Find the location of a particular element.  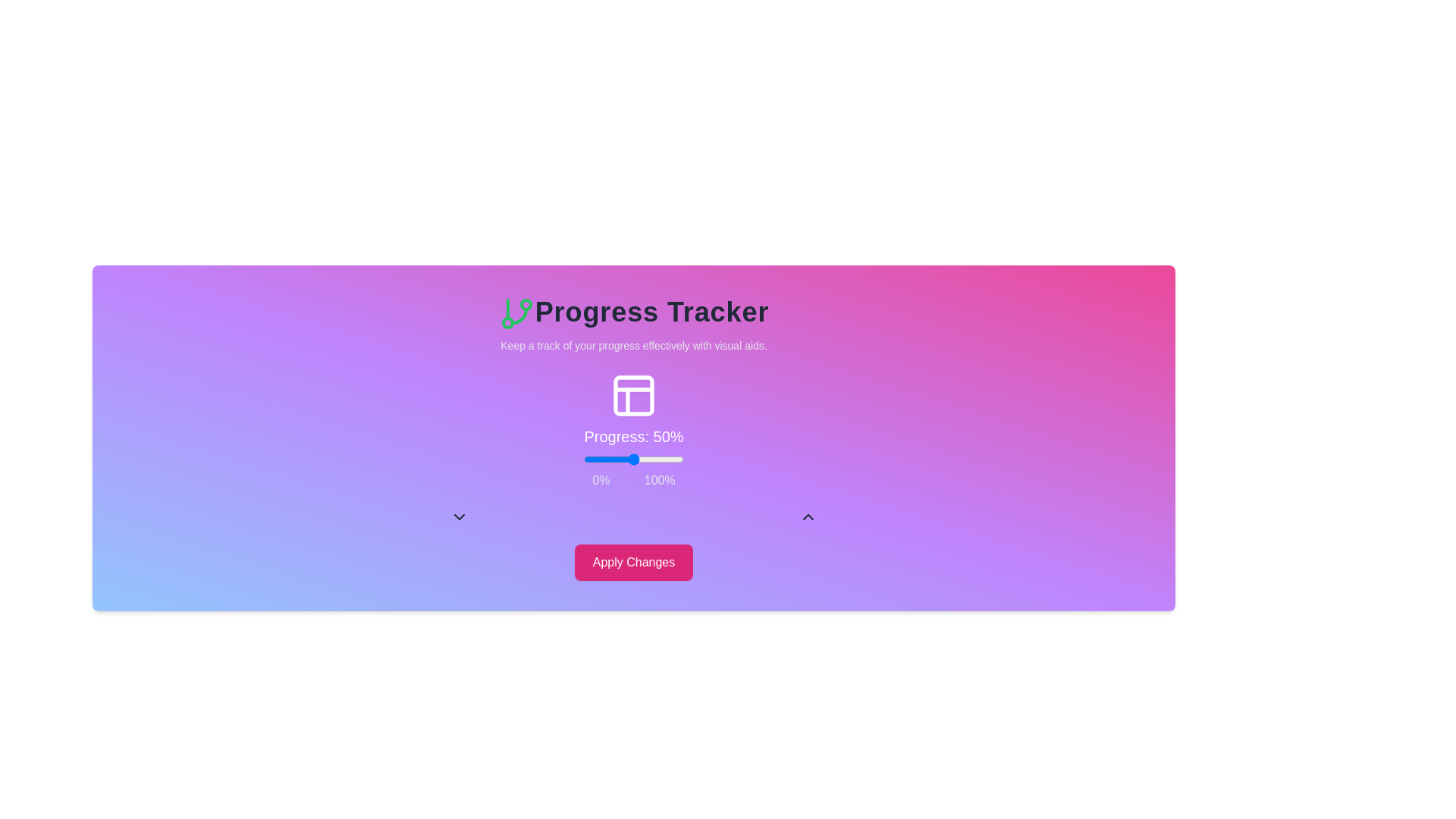

'Apply Changes' button is located at coordinates (633, 562).